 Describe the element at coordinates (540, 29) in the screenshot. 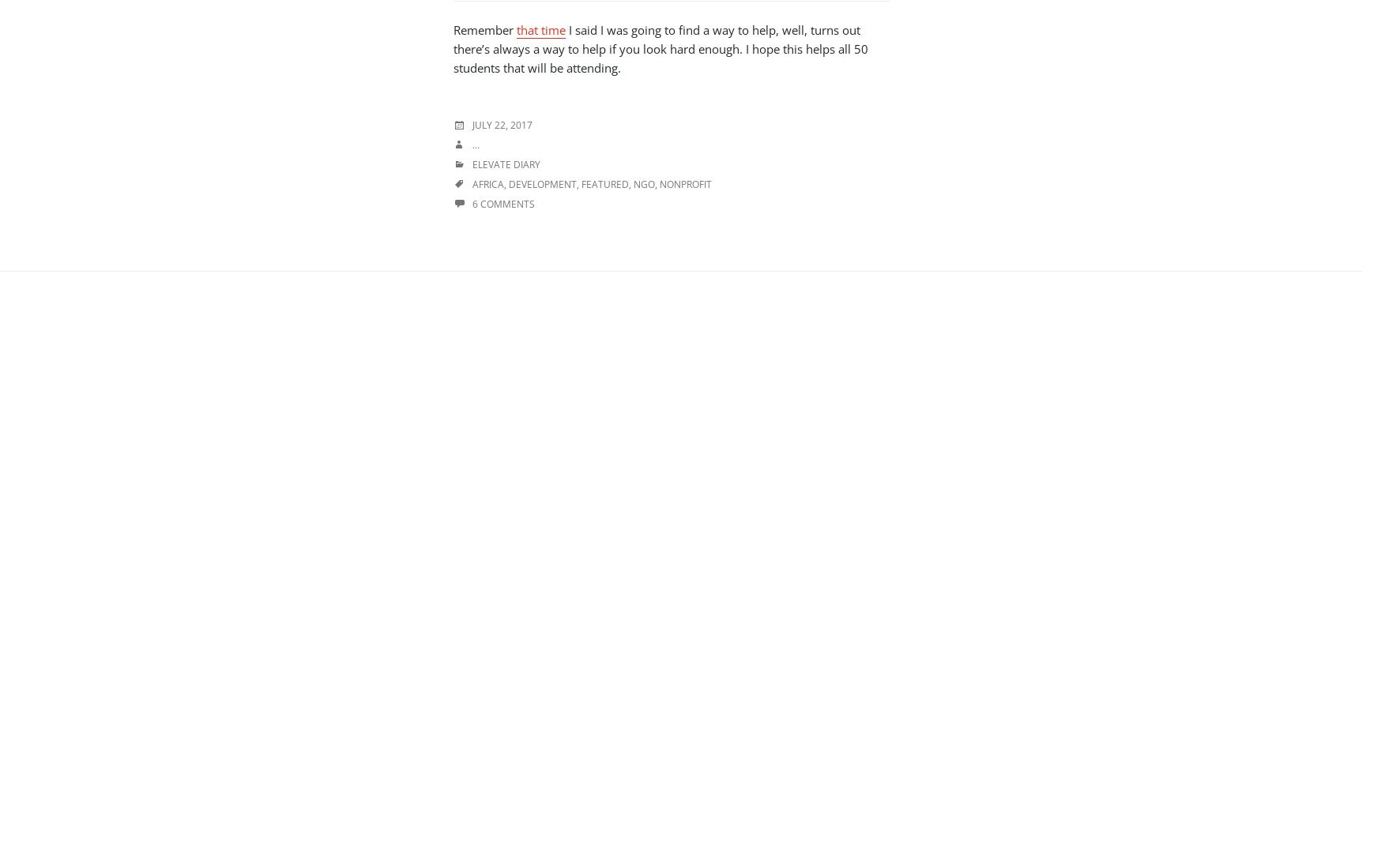

I see `'that time'` at that location.